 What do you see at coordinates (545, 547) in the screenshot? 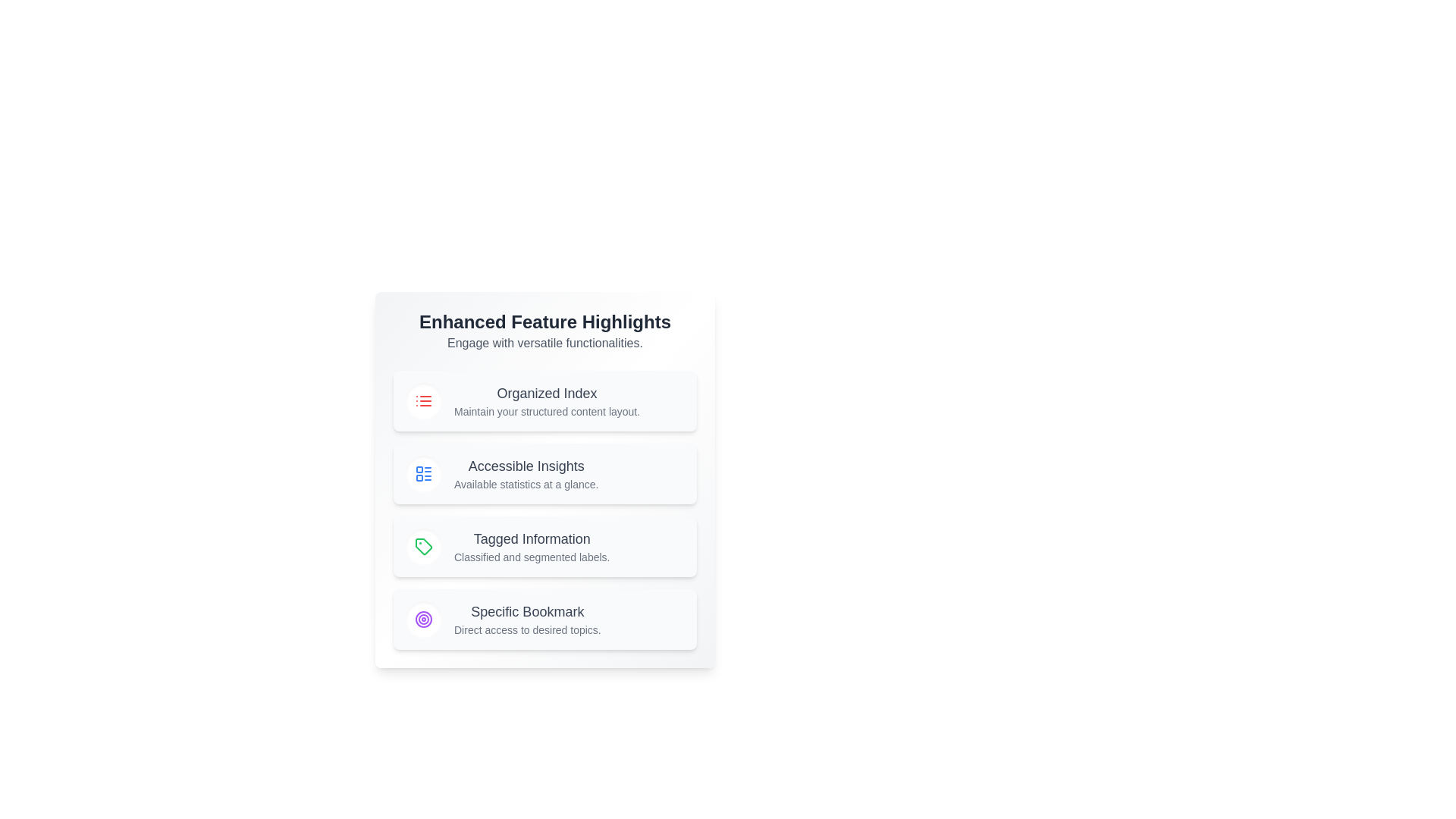
I see `the feature item titled 'Tagged Information'` at bounding box center [545, 547].